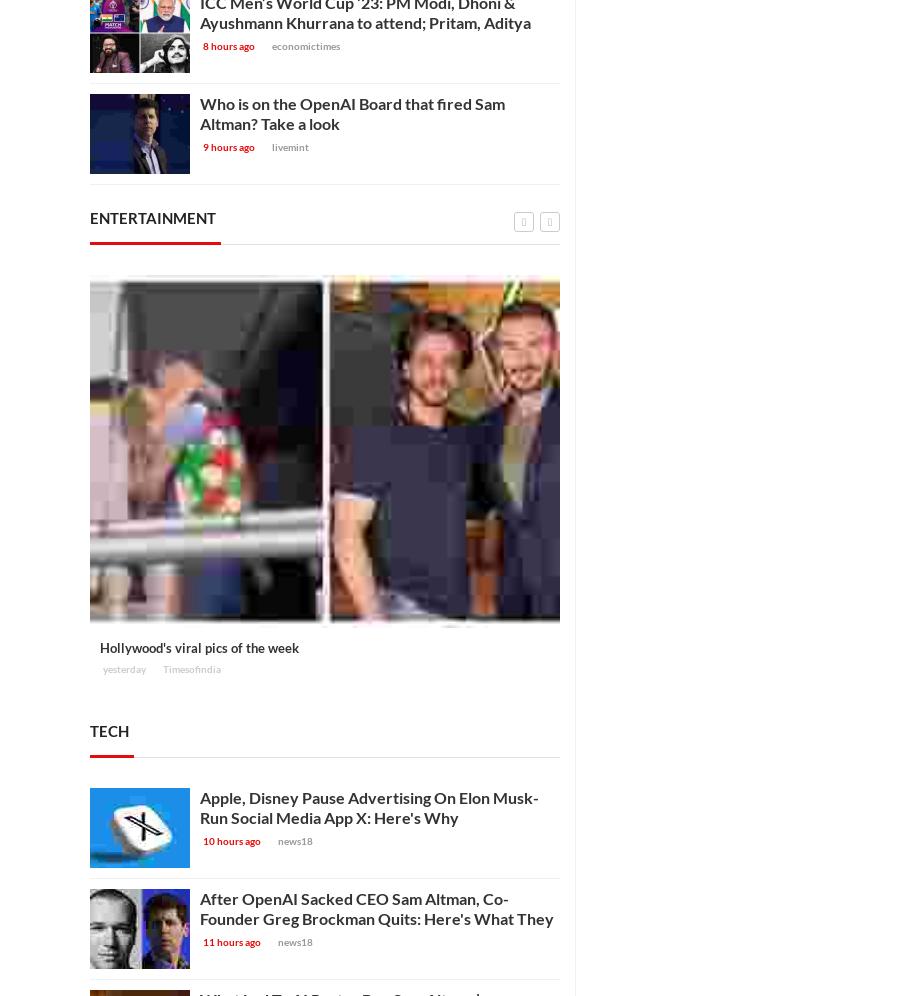 The image size is (900, 996). Describe the element at coordinates (89, 728) in the screenshot. I see `'Tech'` at that location.